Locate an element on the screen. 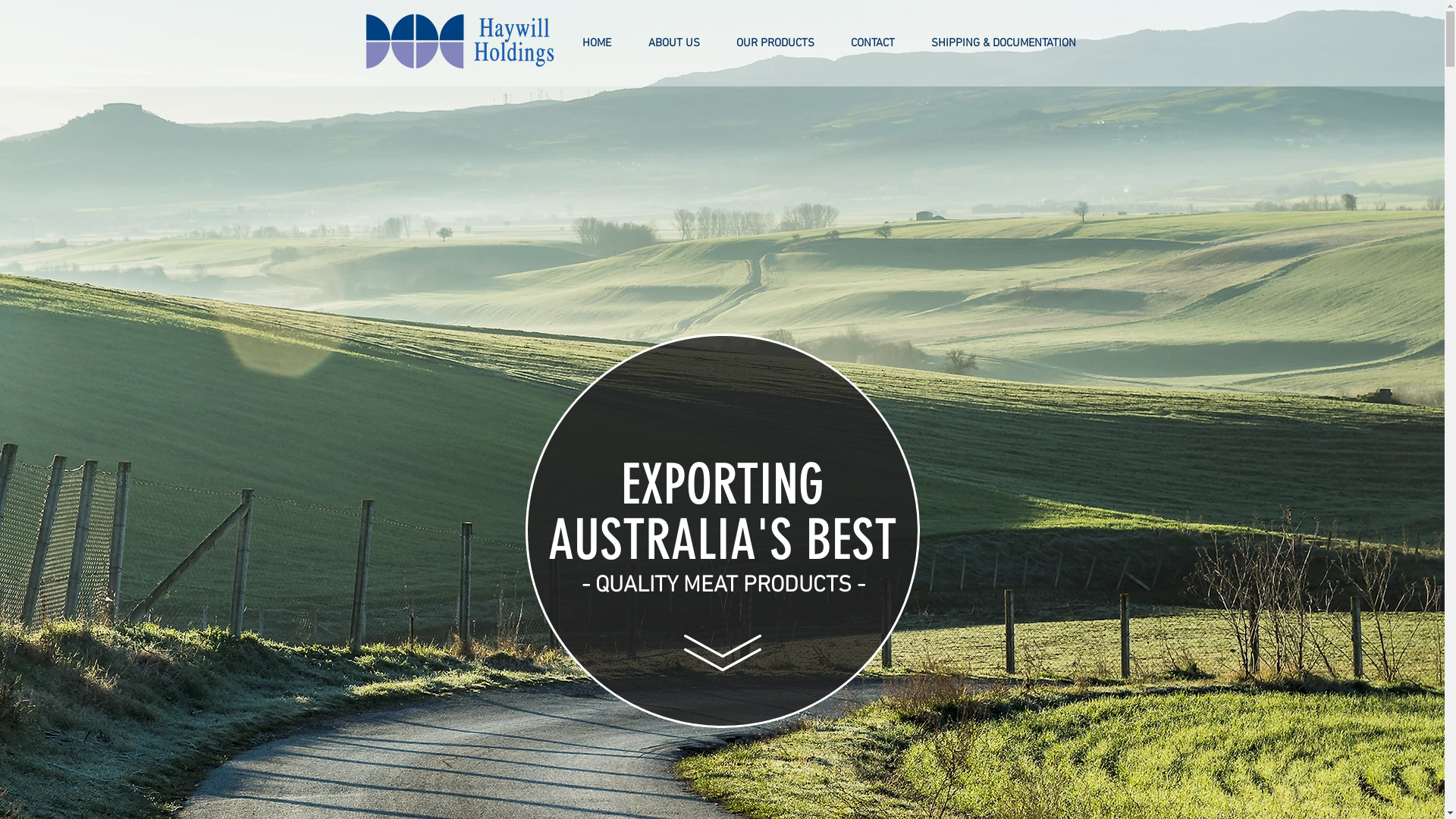 The image size is (1456, 819). 'OUR PRODUCTS' is located at coordinates (774, 42).